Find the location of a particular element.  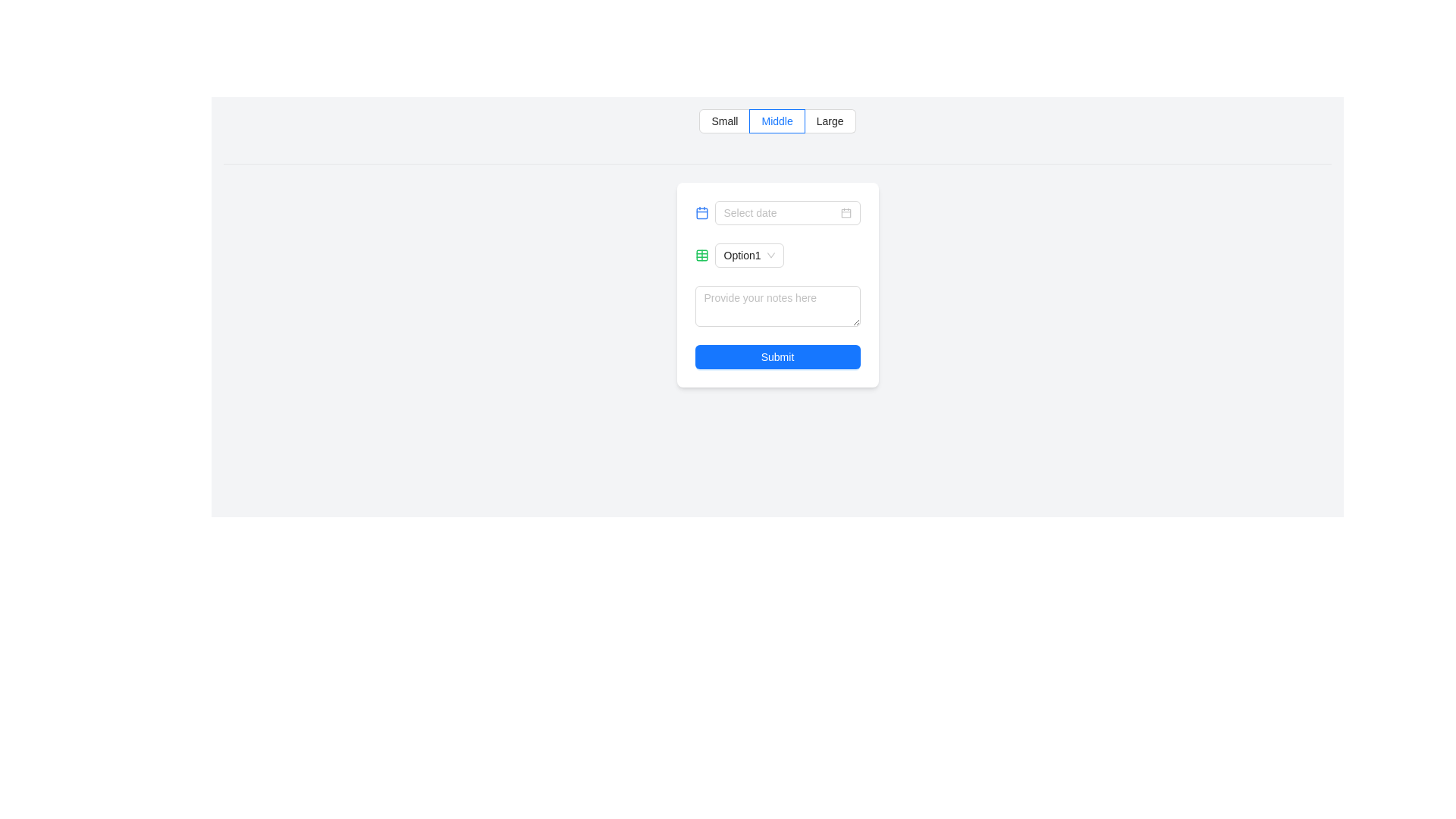

the clear date icon located to the far right of the 'Select date' input field in the date picker widget is located at coordinates (845, 213).